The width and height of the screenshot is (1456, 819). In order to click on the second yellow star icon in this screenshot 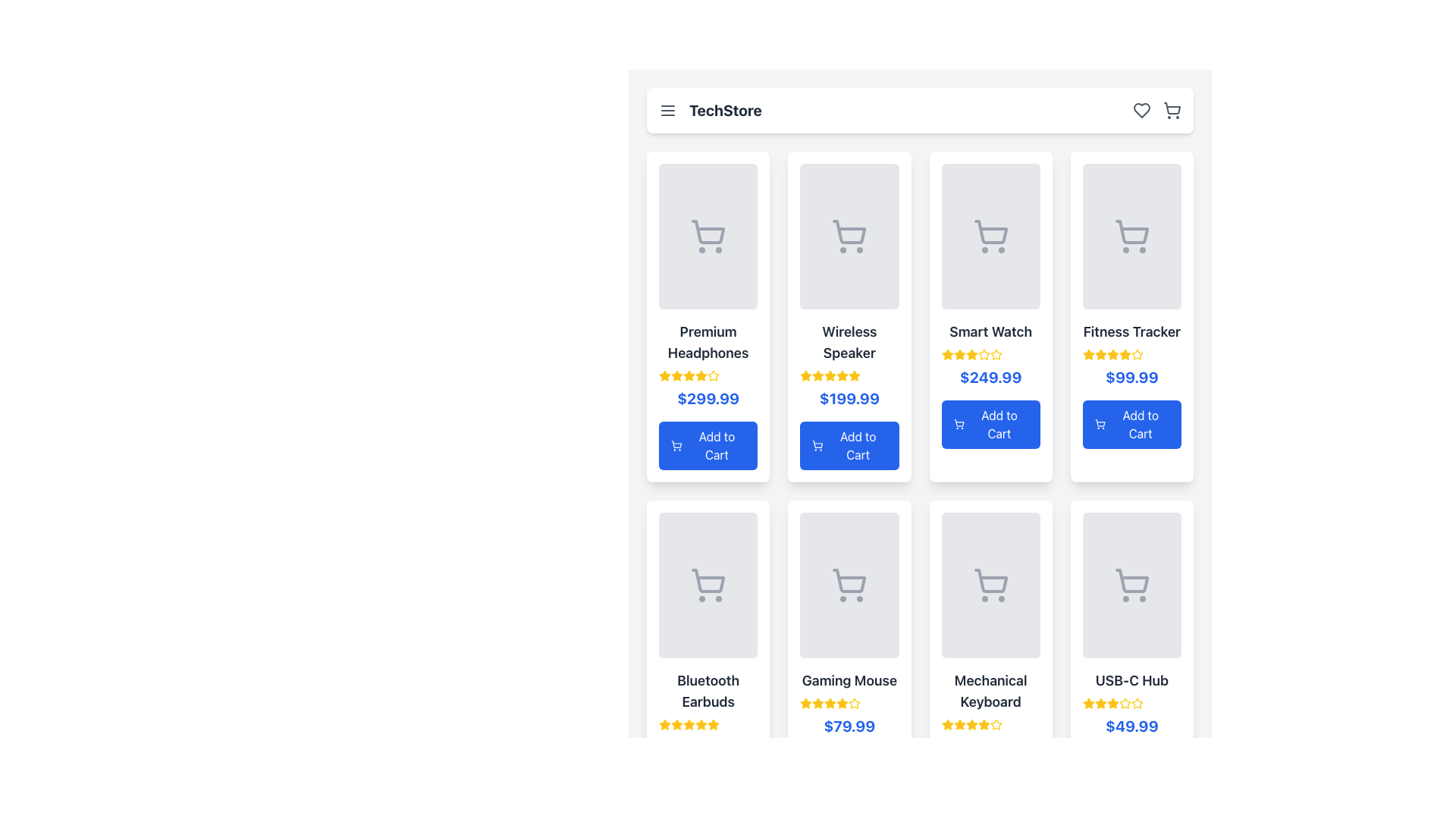, I will do `click(959, 354)`.